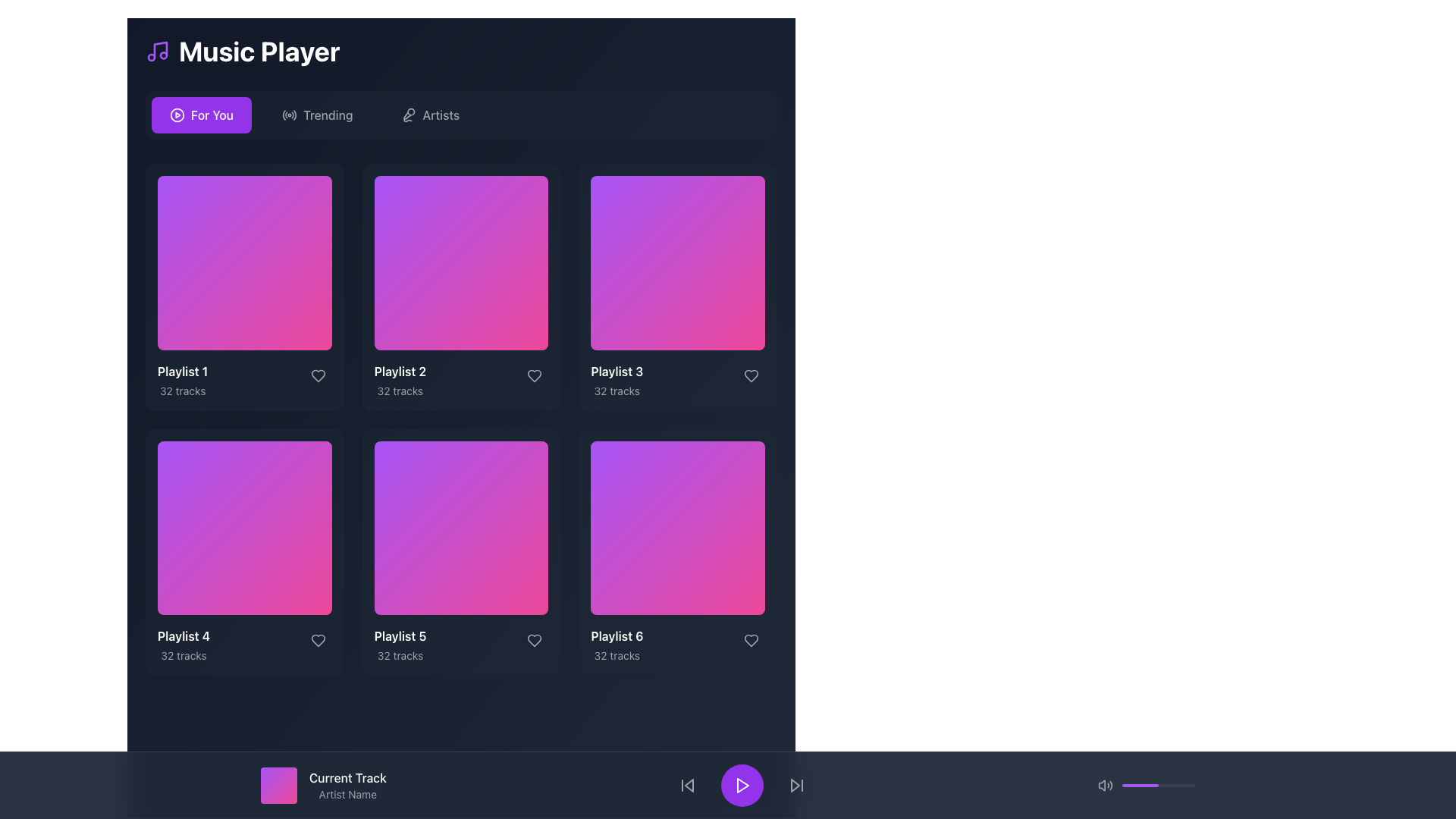  Describe the element at coordinates (677, 287) in the screenshot. I see `the third playlist card, which has a gradient background from purple to pink and displays 'Playlist 3' in bold white font` at that location.